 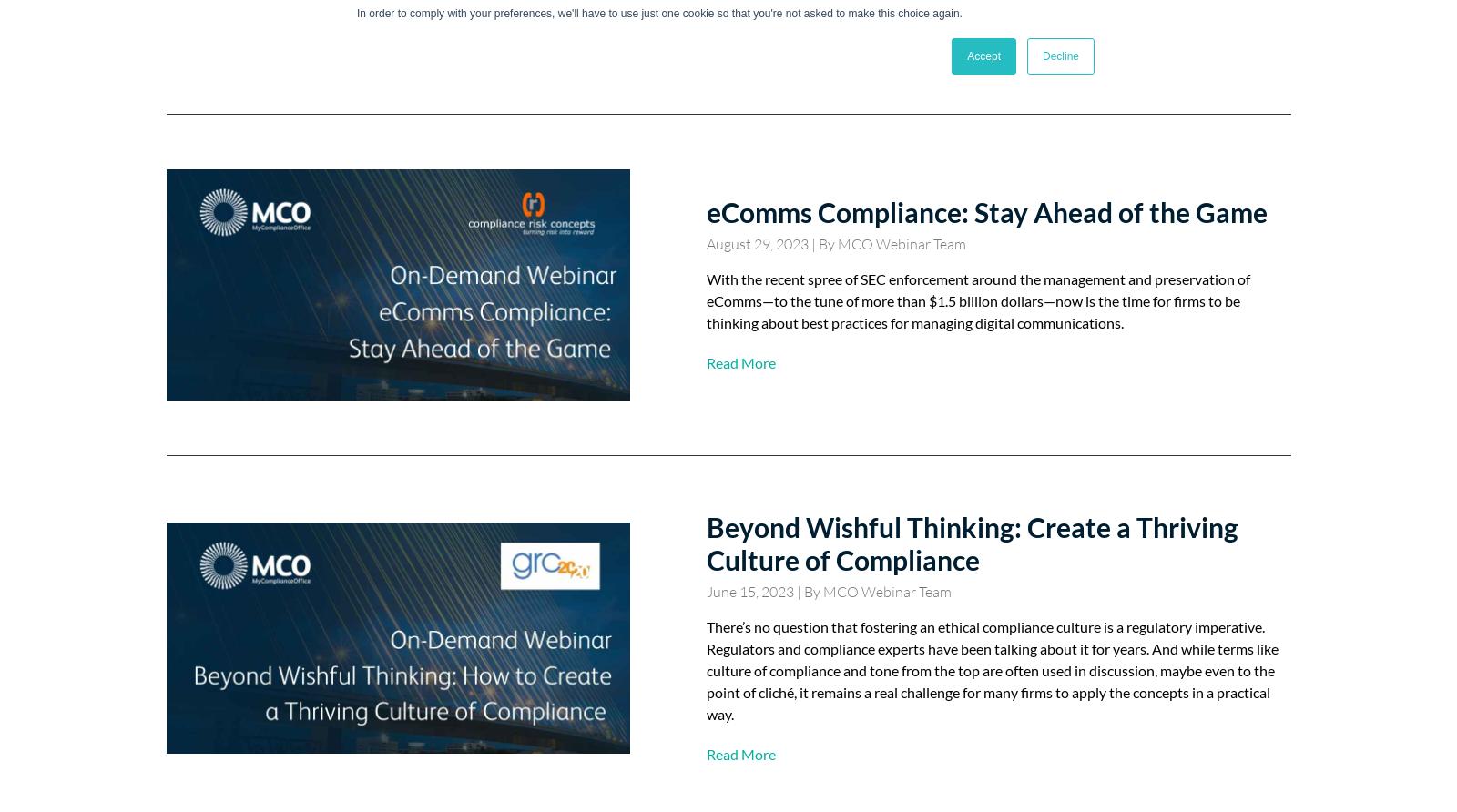 I want to click on 'In order to comply with your preferences, we'll have to use just one cookie so that you're not asked to make this choice again.', so click(x=659, y=13).